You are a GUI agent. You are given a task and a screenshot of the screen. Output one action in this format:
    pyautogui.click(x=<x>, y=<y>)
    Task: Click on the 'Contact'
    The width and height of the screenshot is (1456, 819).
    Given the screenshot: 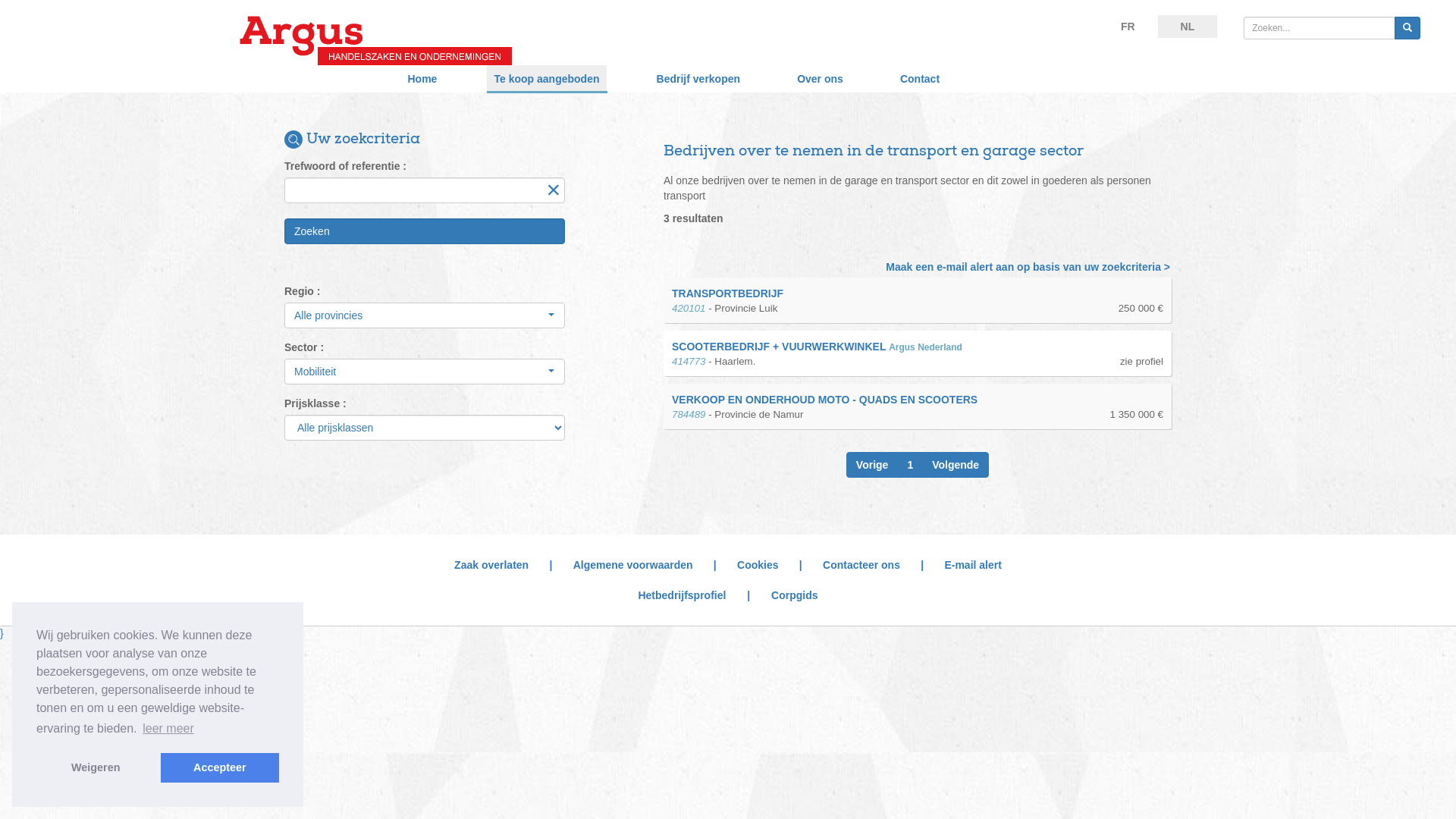 What is the action you would take?
    pyautogui.click(x=919, y=79)
    